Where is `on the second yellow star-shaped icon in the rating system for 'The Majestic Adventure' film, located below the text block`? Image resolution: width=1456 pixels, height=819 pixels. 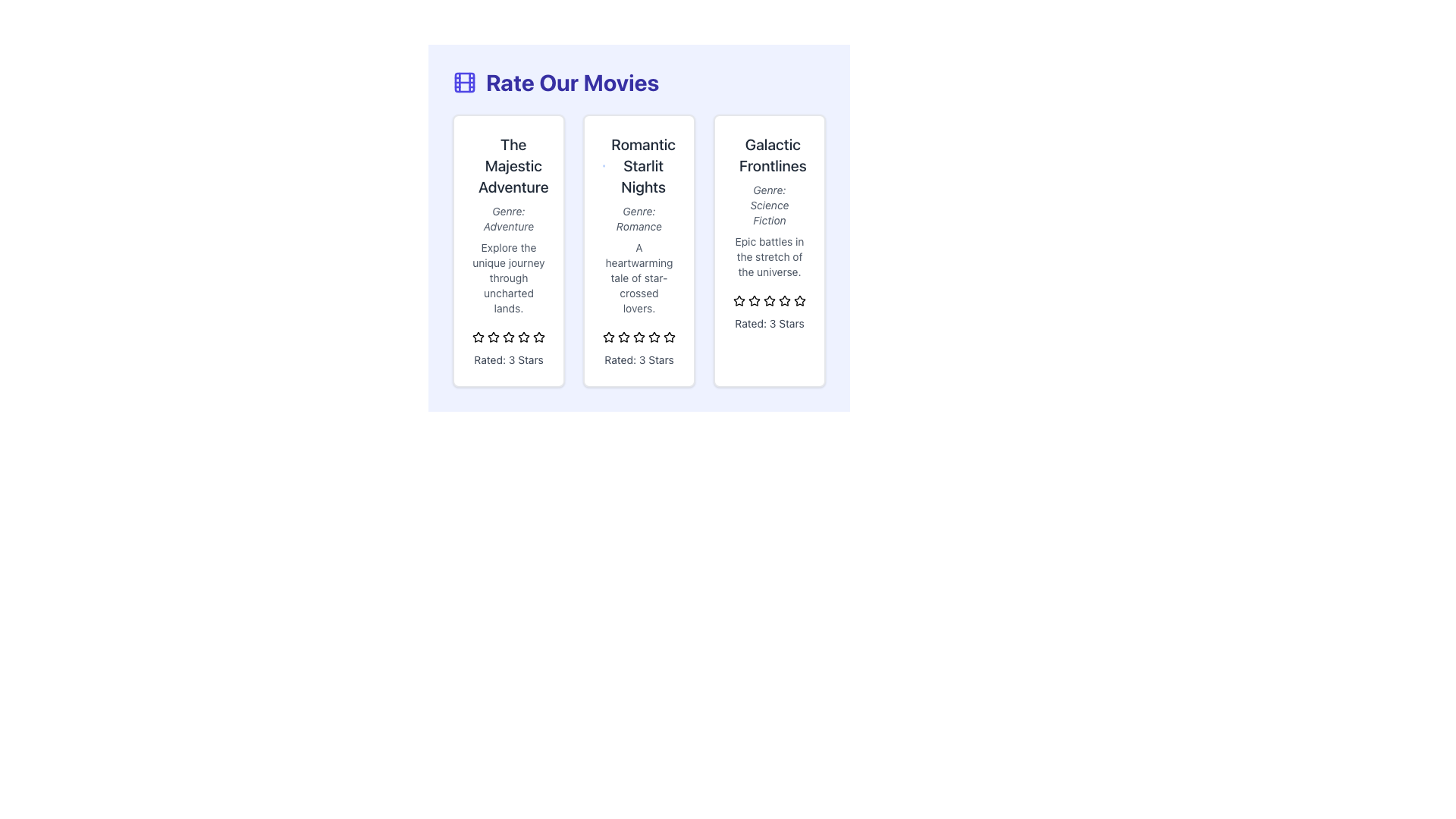 on the second yellow star-shaped icon in the rating system for 'The Majestic Adventure' film, located below the text block is located at coordinates (477, 336).